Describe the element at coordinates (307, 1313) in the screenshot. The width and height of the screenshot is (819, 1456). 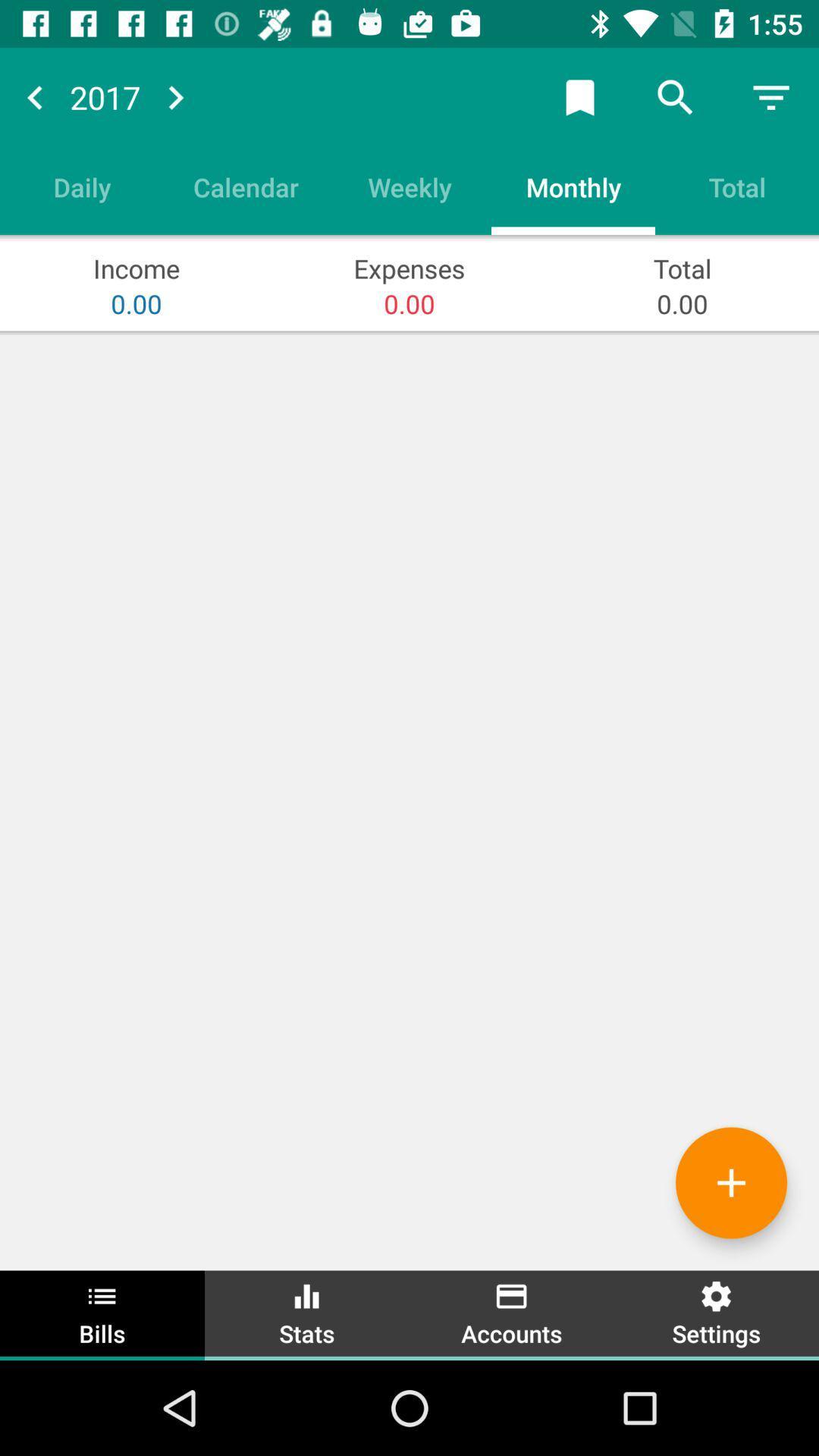
I see `stats` at that location.